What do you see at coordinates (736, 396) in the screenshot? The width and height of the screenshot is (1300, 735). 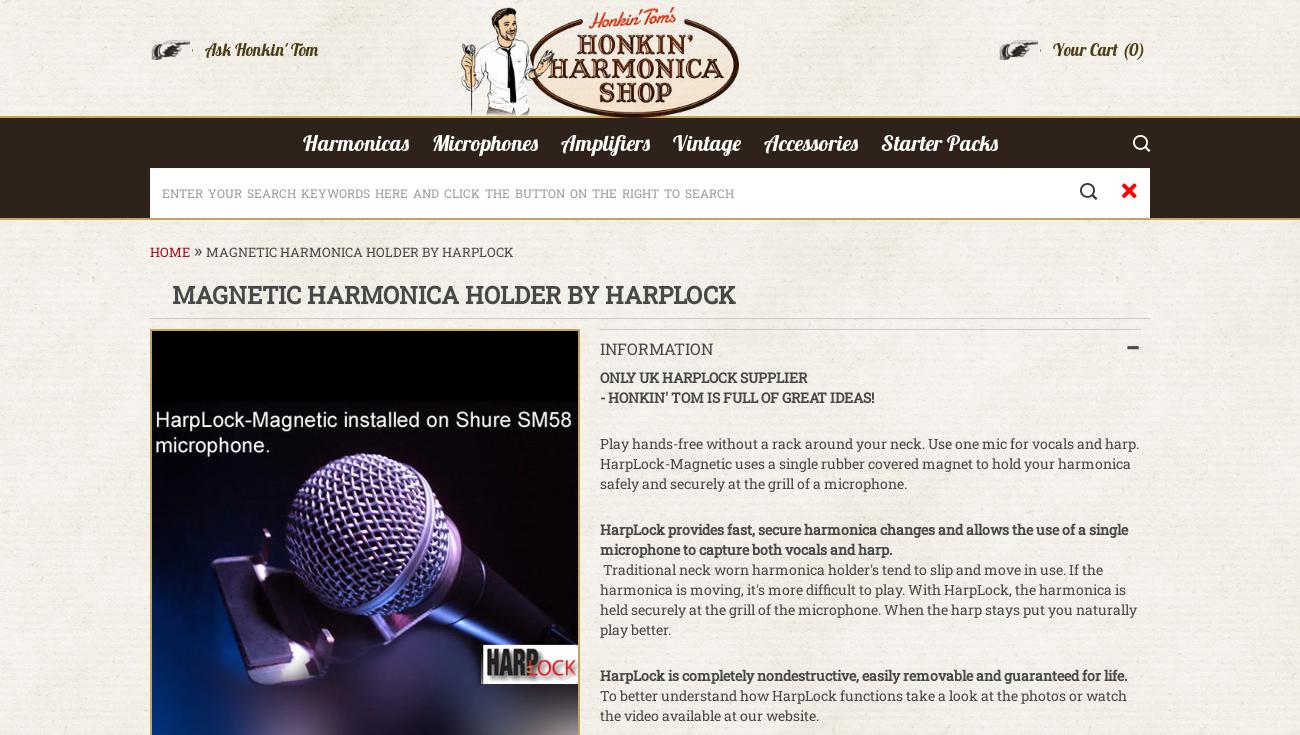 I see `'- HONKIN' TOM IS FULL OF GREAT IDEAS!'` at bounding box center [736, 396].